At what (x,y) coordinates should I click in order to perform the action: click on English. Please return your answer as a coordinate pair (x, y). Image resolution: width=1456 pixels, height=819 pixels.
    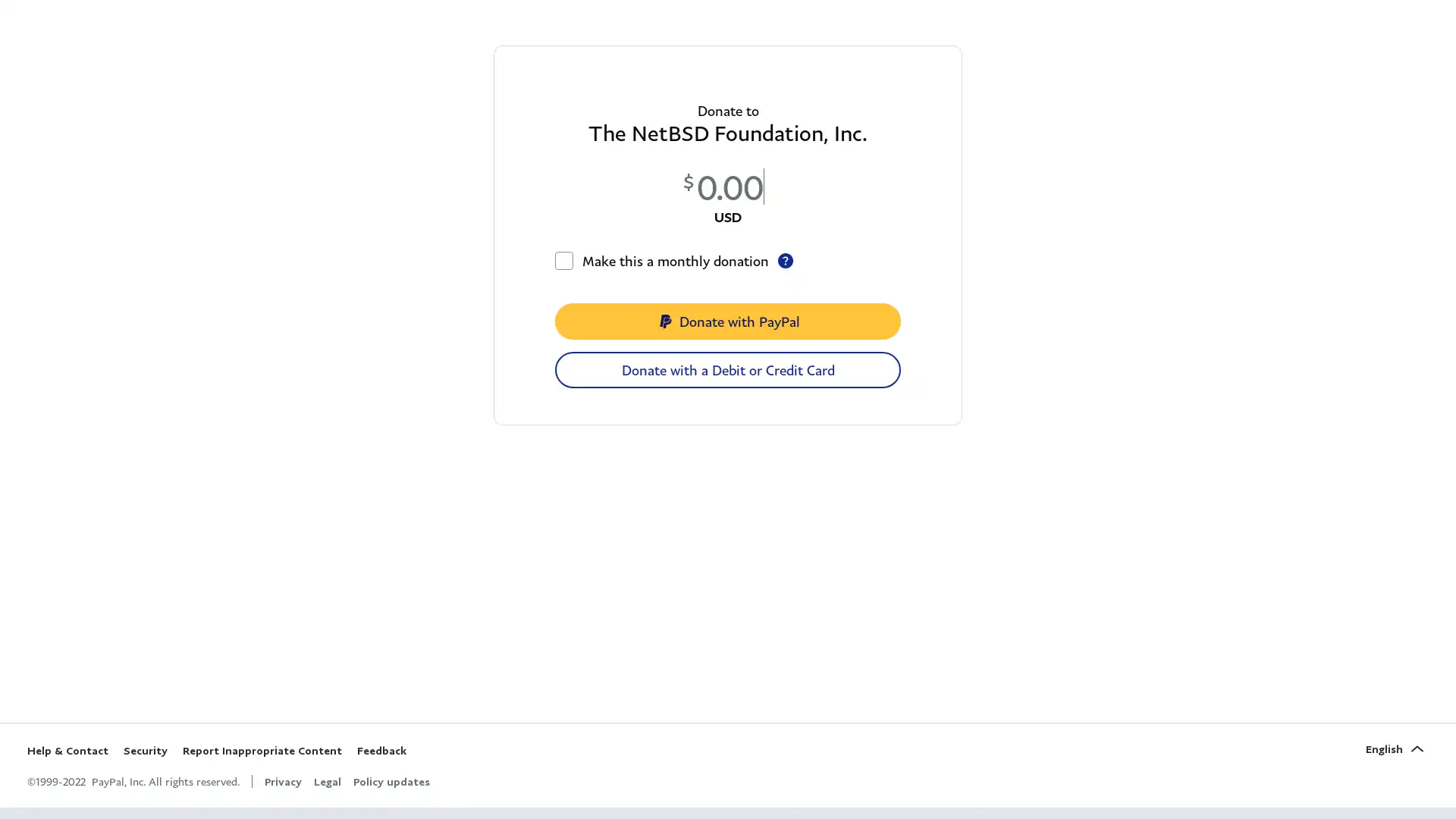
    Looking at the image, I should click on (1396, 748).